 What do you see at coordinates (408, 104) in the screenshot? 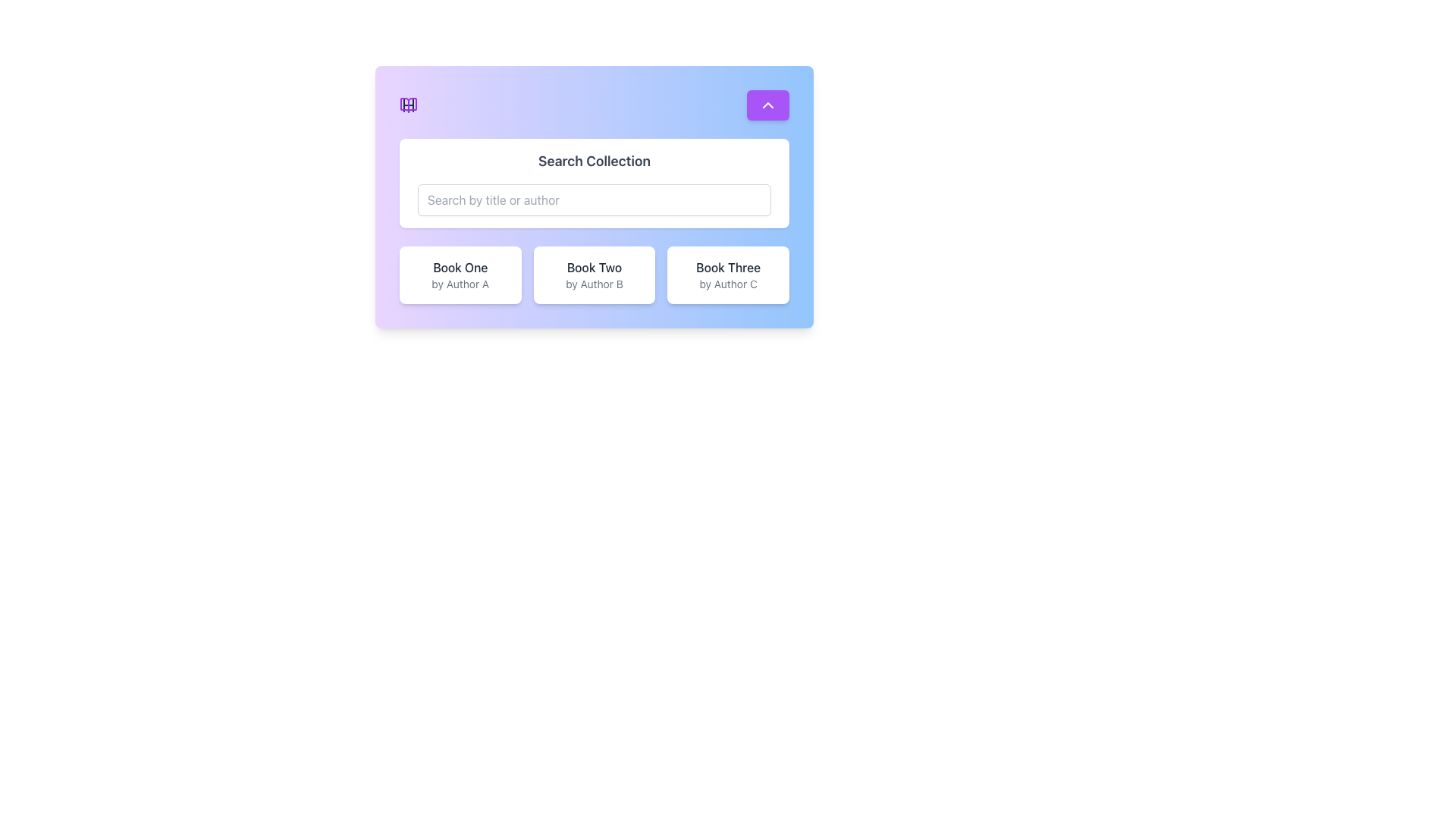
I see `the decorative Icon located slightly to the left of the 'Library Explorer' text in the heading section` at bounding box center [408, 104].